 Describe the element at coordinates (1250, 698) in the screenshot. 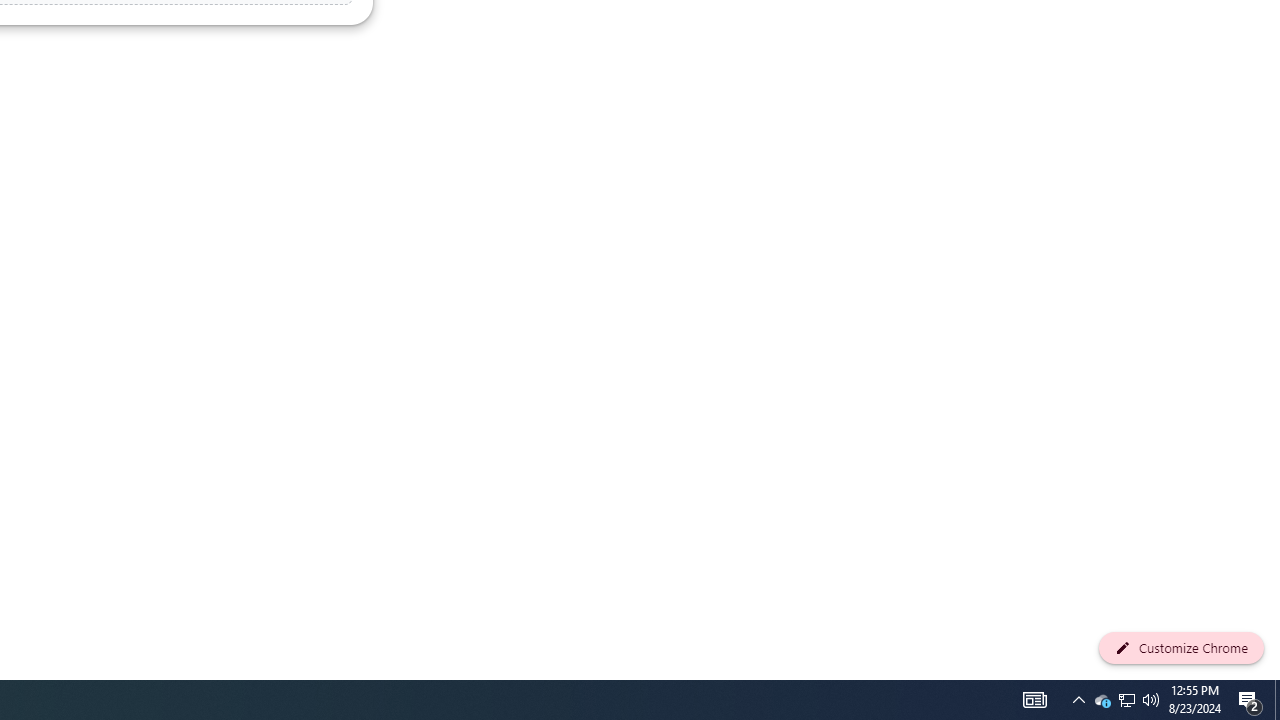

I see `'Action Center, 2 new notifications'` at that location.